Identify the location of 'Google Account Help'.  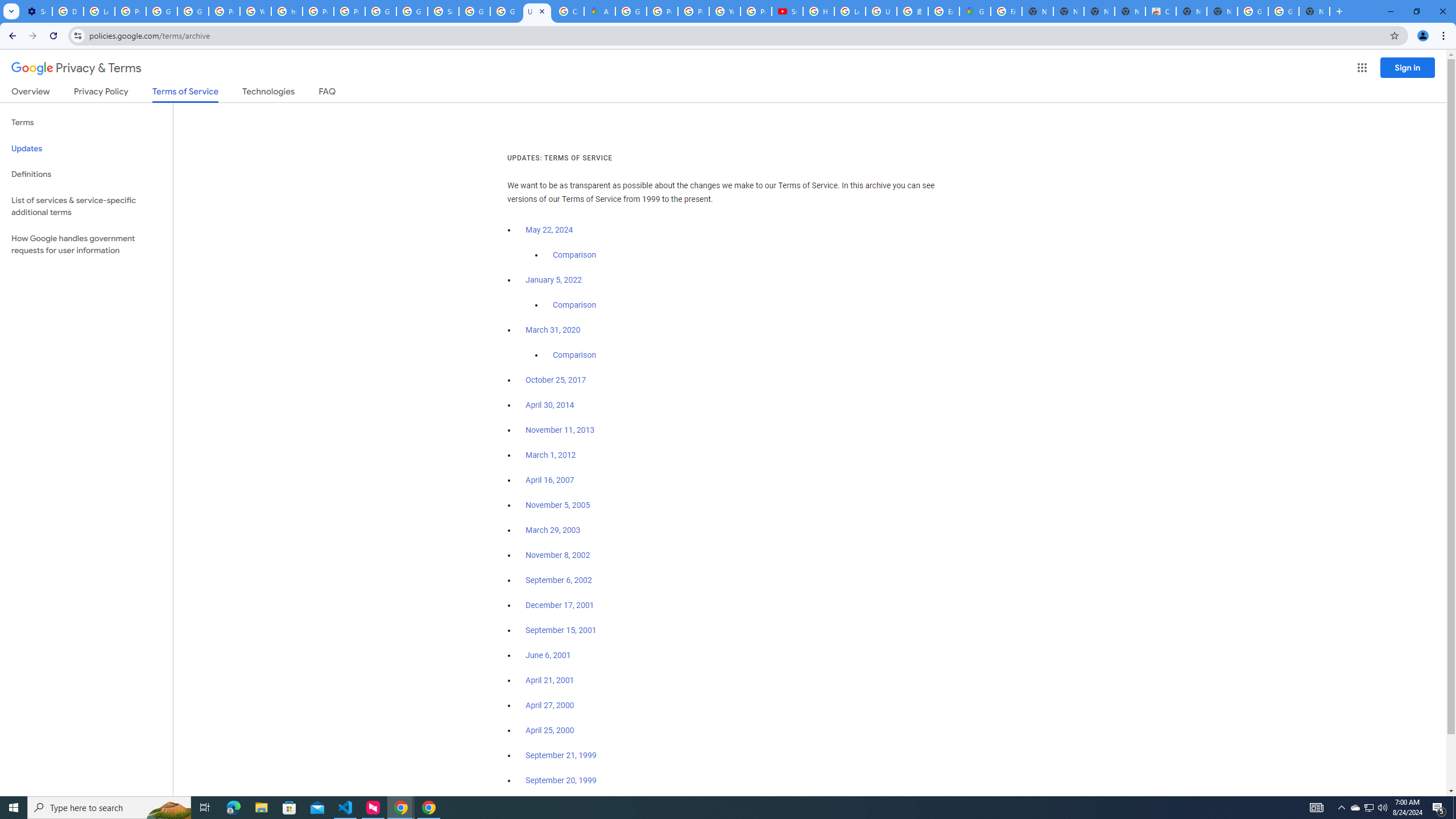
(192, 11).